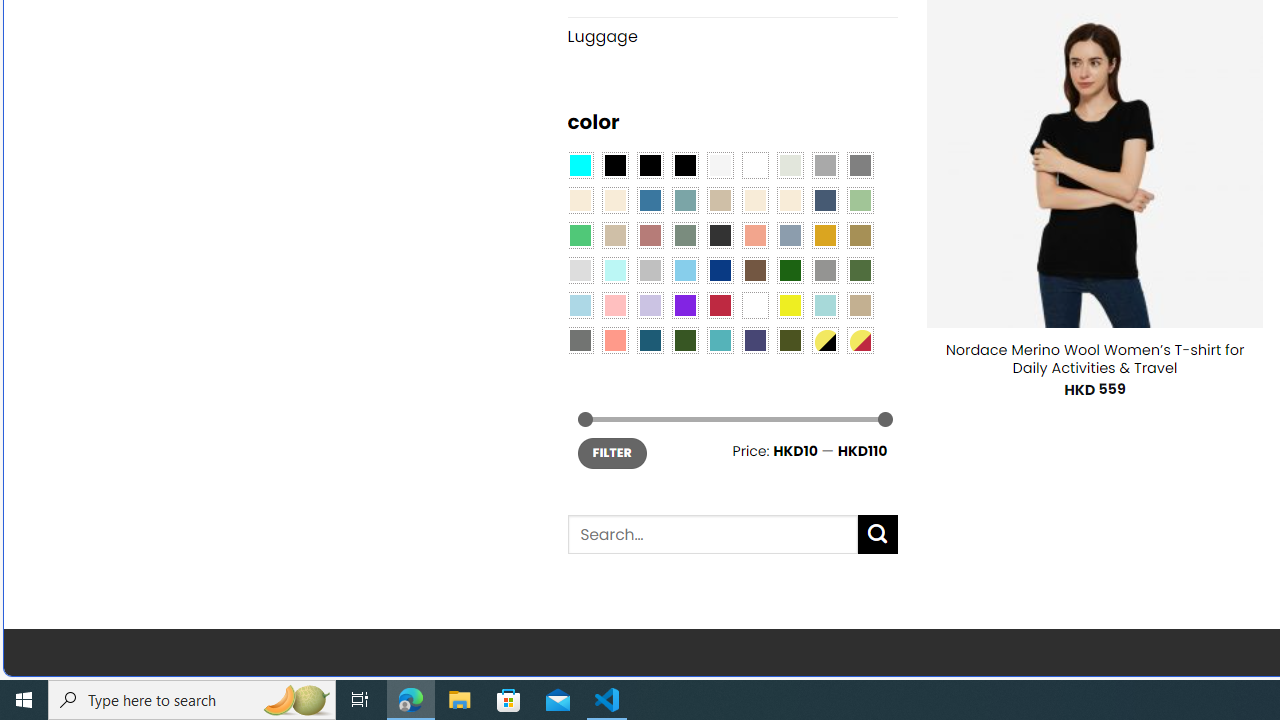 The height and width of the screenshot is (720, 1280). Describe the element at coordinates (650, 163) in the screenshot. I see `'Black'` at that location.